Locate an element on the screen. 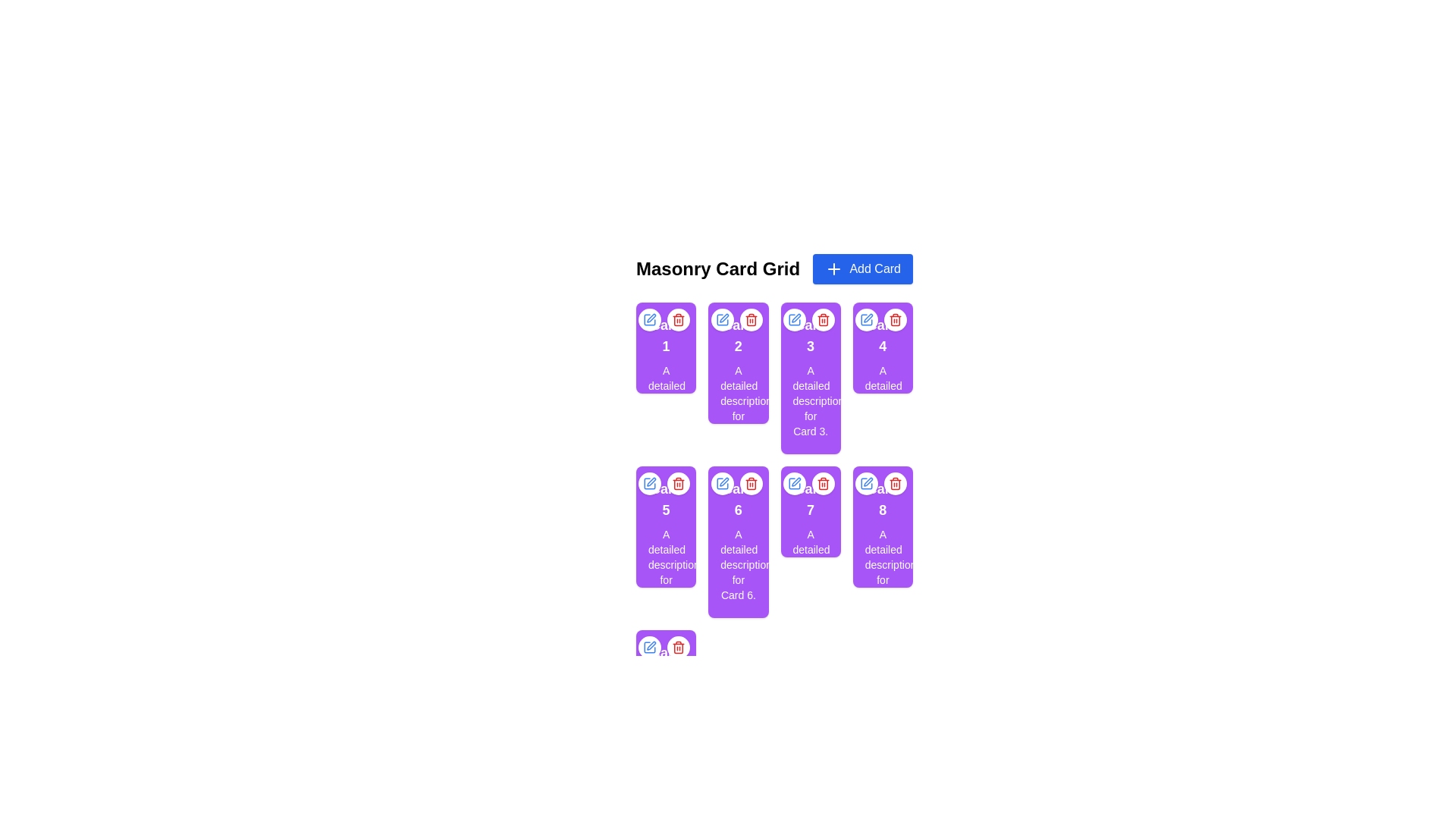  the delete button located in the top-right corner of card labeled '2' is located at coordinates (751, 318).